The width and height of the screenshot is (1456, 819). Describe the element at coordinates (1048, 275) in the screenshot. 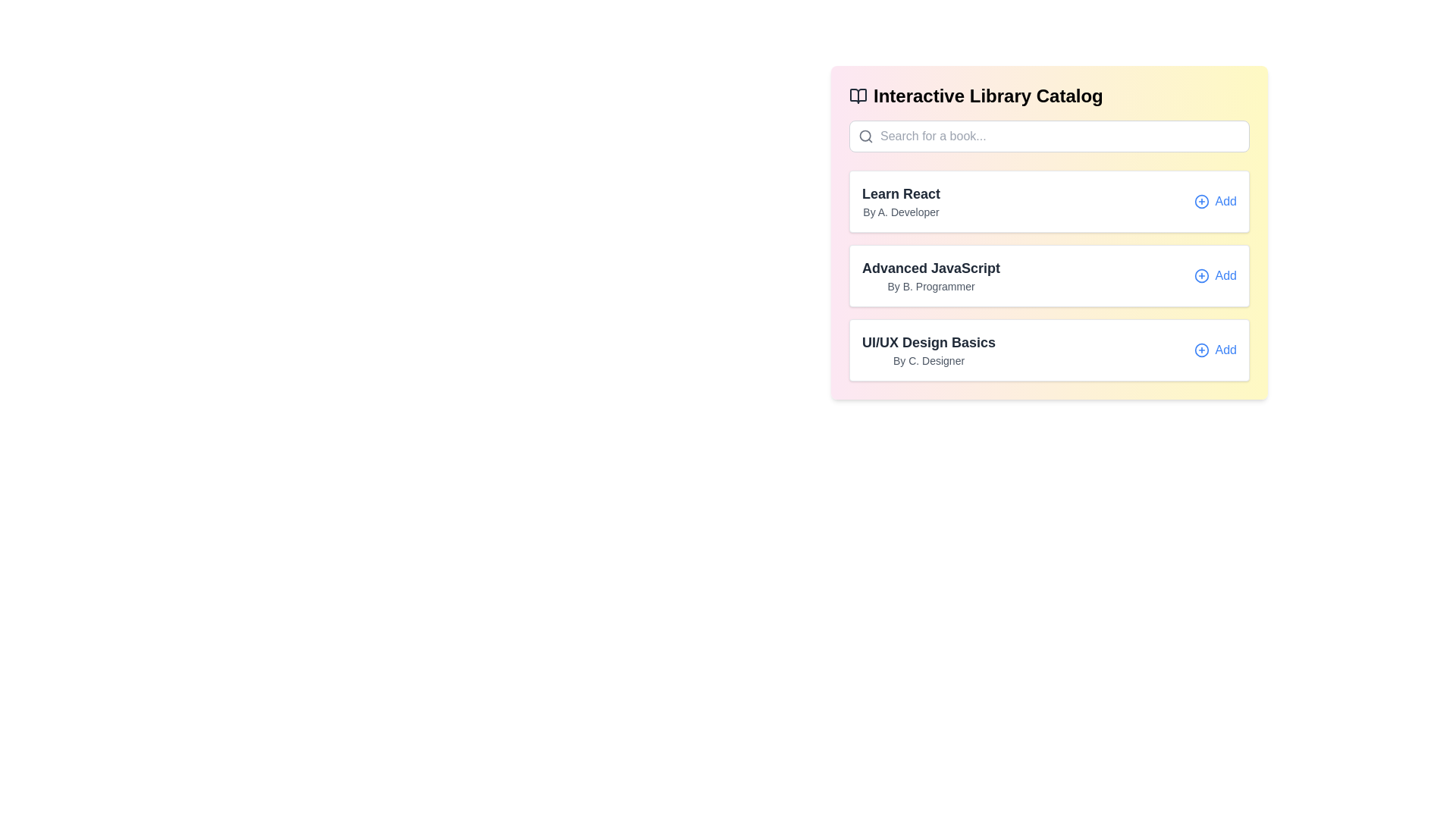

I see `title 'Advanced JavaScript' and the author information 'By B. Programmer' from the card displaying book information located in the Interactive Library Catalog` at that location.